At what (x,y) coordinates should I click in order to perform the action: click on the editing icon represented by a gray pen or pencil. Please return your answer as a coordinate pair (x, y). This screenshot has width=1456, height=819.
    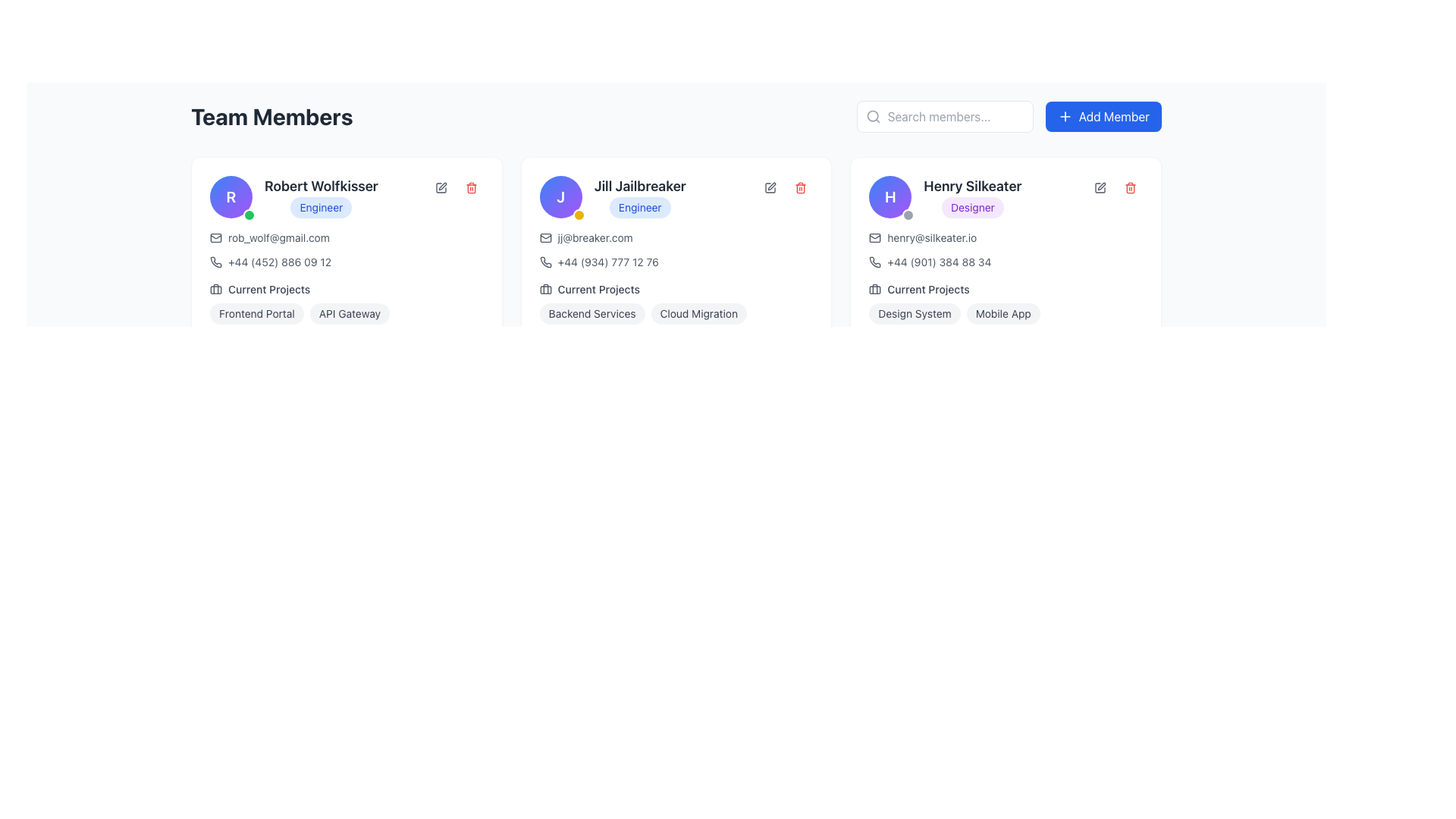
    Looking at the image, I should click on (770, 187).